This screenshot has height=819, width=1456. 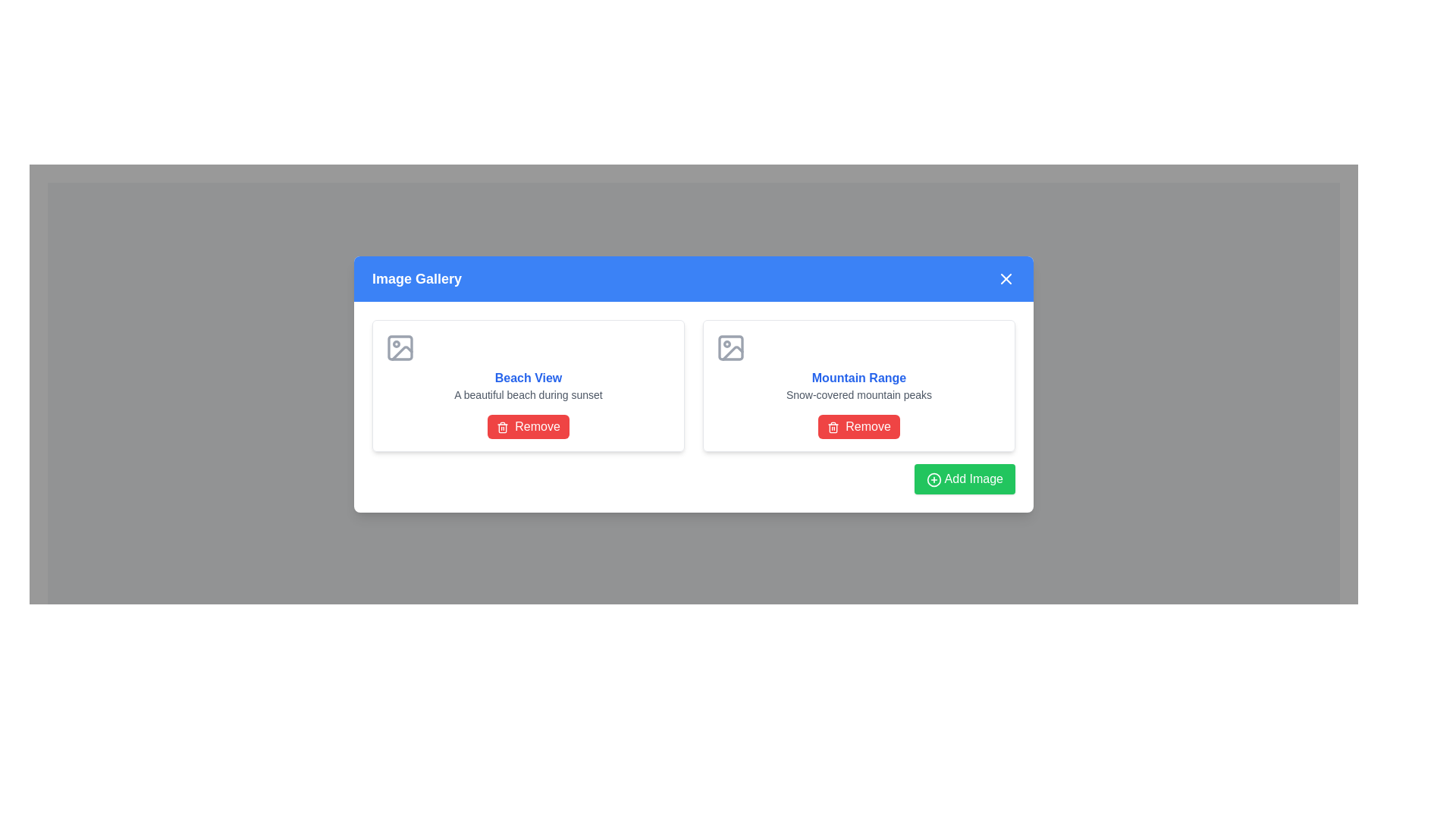 What do you see at coordinates (833, 427) in the screenshot?
I see `the 'Remove' button, which contains a small red trash can icon` at bounding box center [833, 427].